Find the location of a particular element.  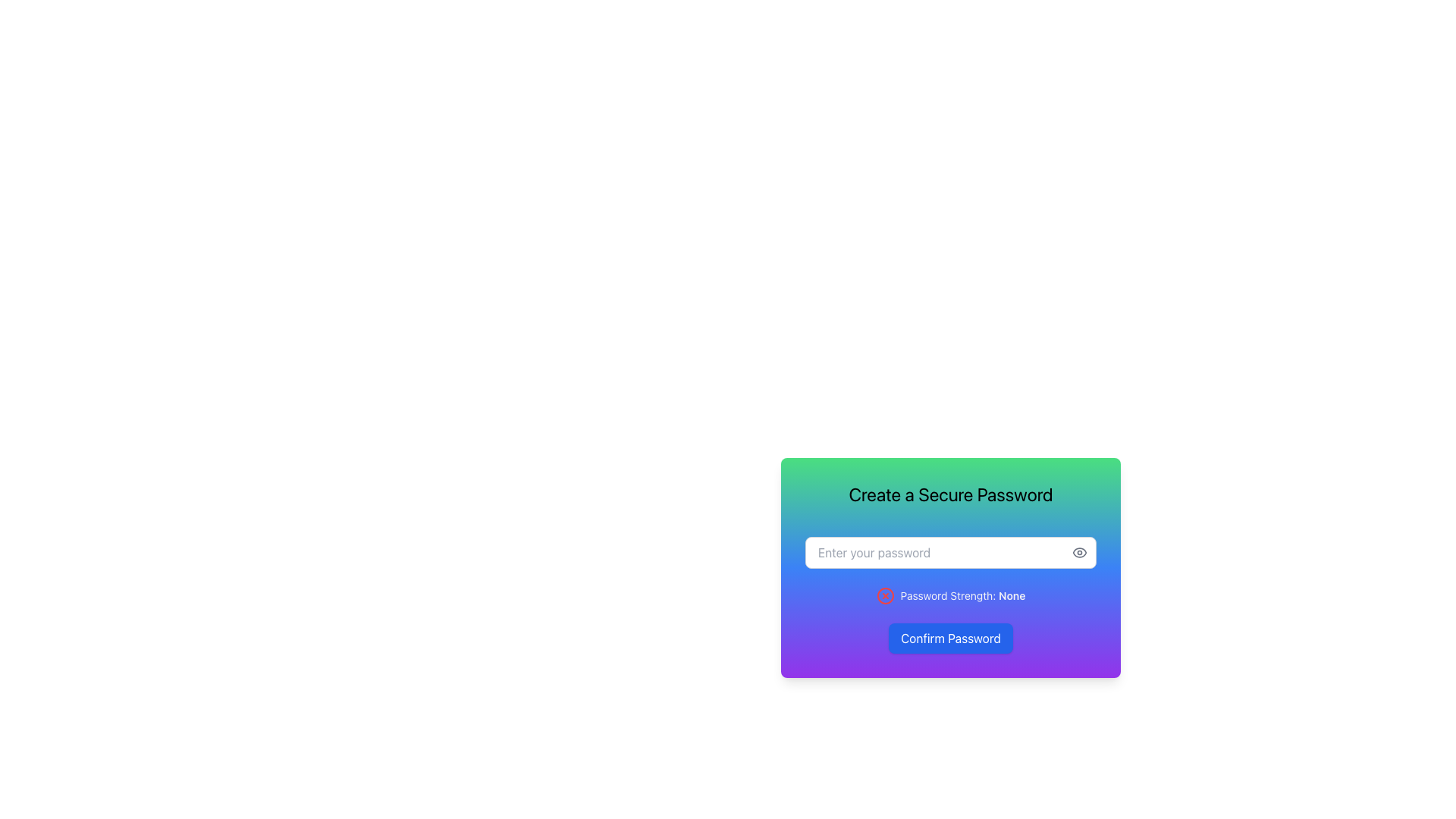

the eye icon located on the right-hand side of the password input field is located at coordinates (1079, 553).